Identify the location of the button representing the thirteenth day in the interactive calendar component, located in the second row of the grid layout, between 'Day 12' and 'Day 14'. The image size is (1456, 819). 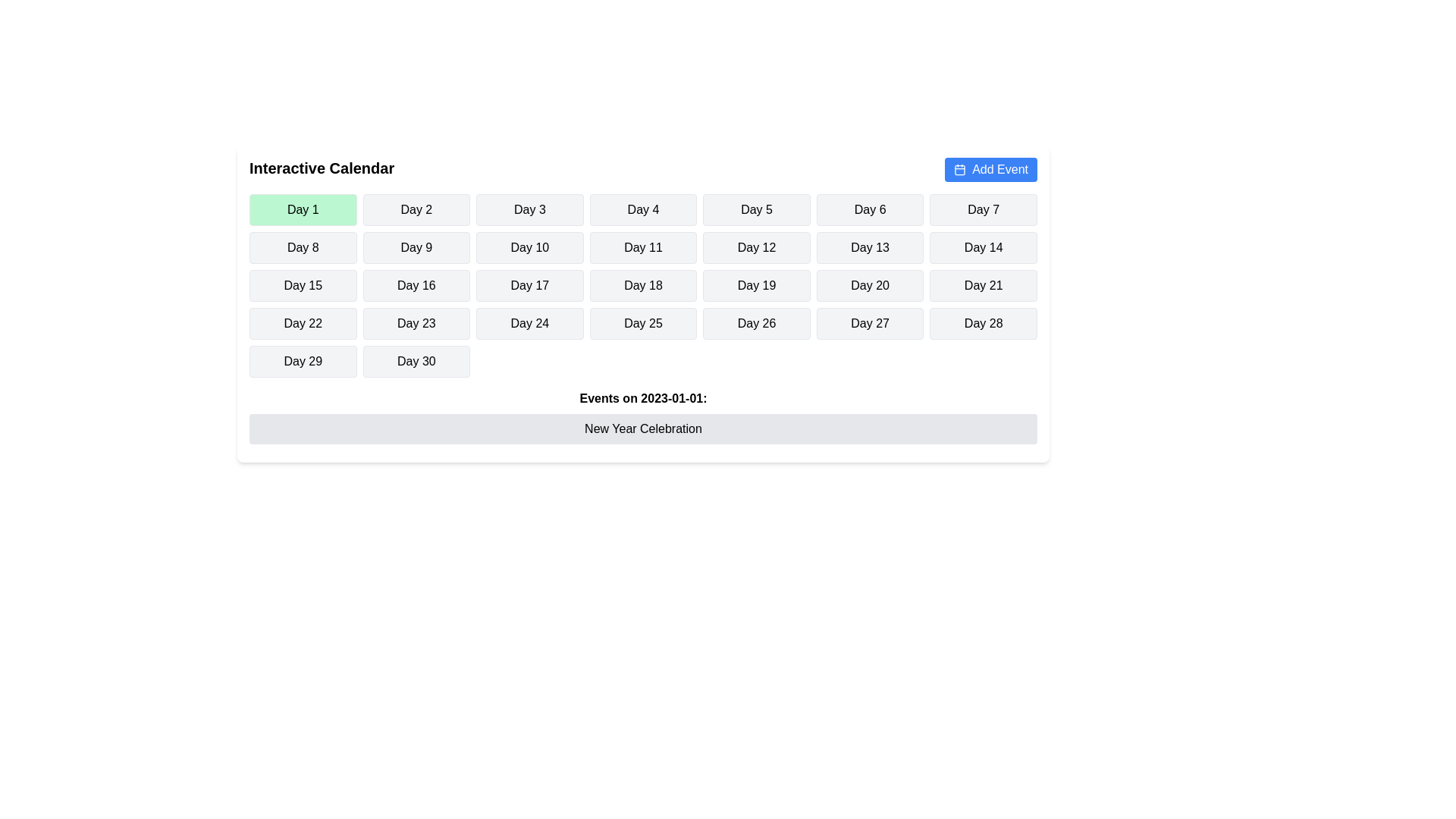
(870, 247).